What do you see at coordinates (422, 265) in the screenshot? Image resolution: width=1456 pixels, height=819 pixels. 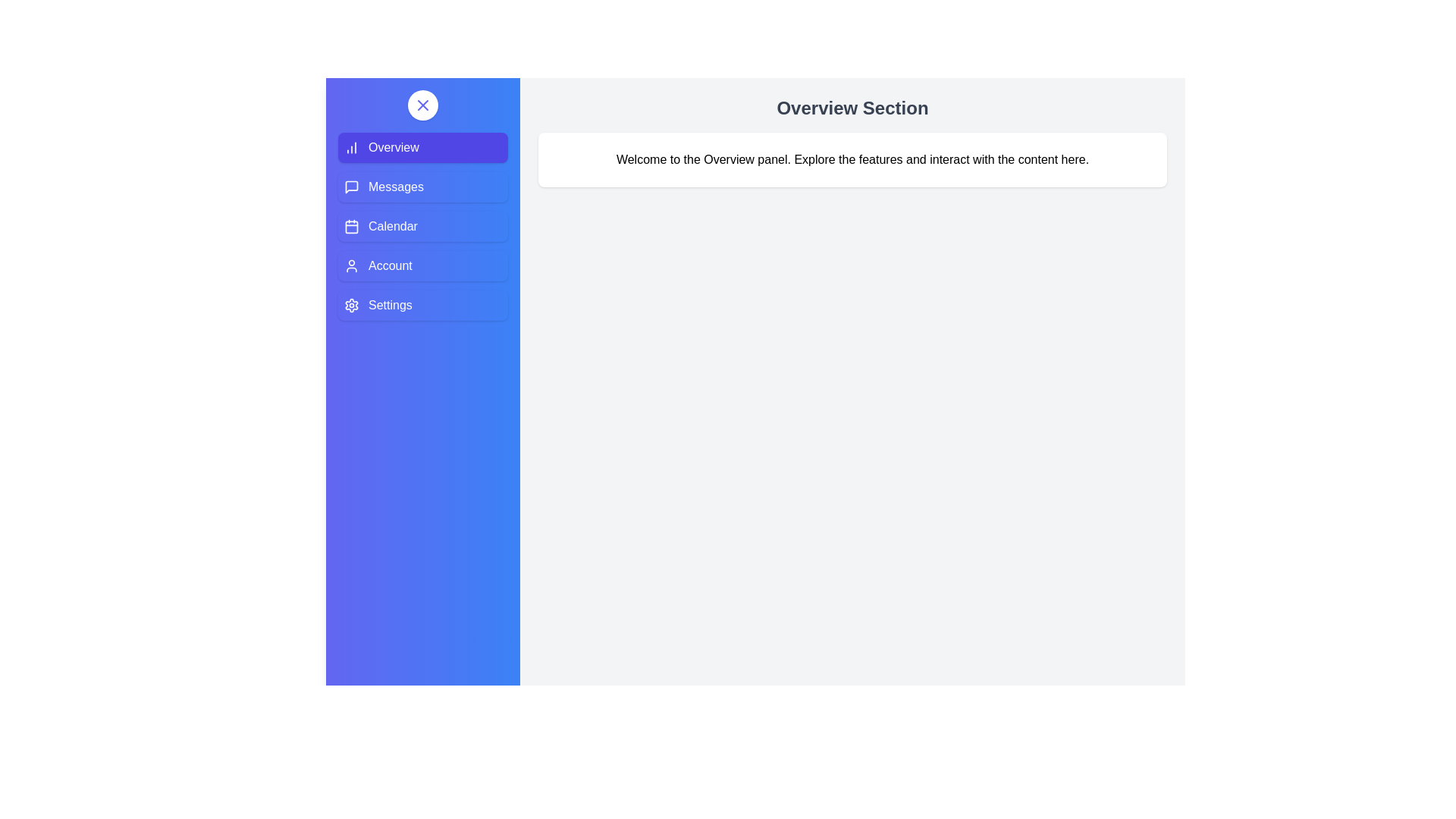 I see `the Account tab from the sidebar` at bounding box center [422, 265].